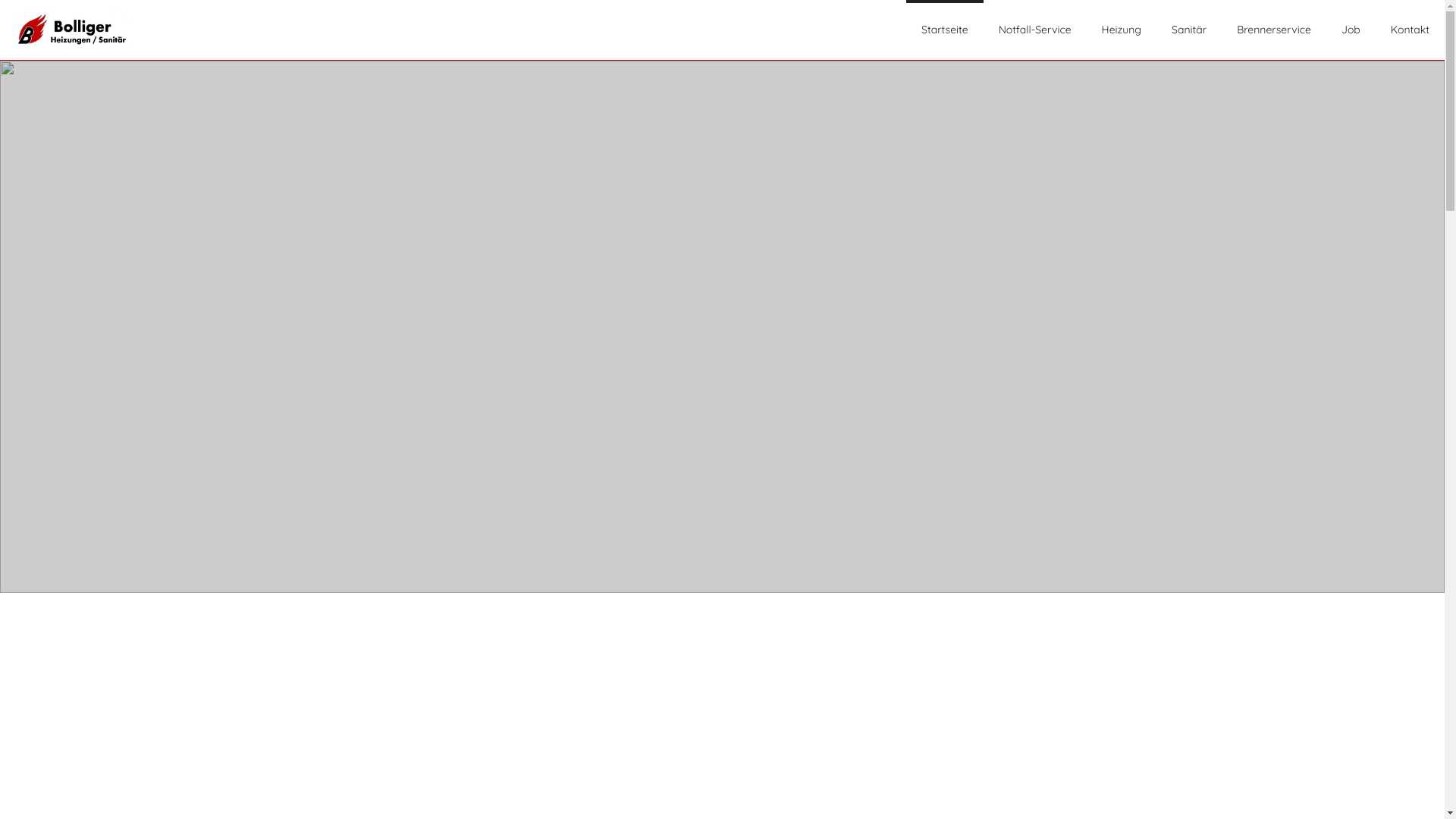 The image size is (1456, 819). What do you see at coordinates (1034, 30) in the screenshot?
I see `'Notfall-Service'` at bounding box center [1034, 30].